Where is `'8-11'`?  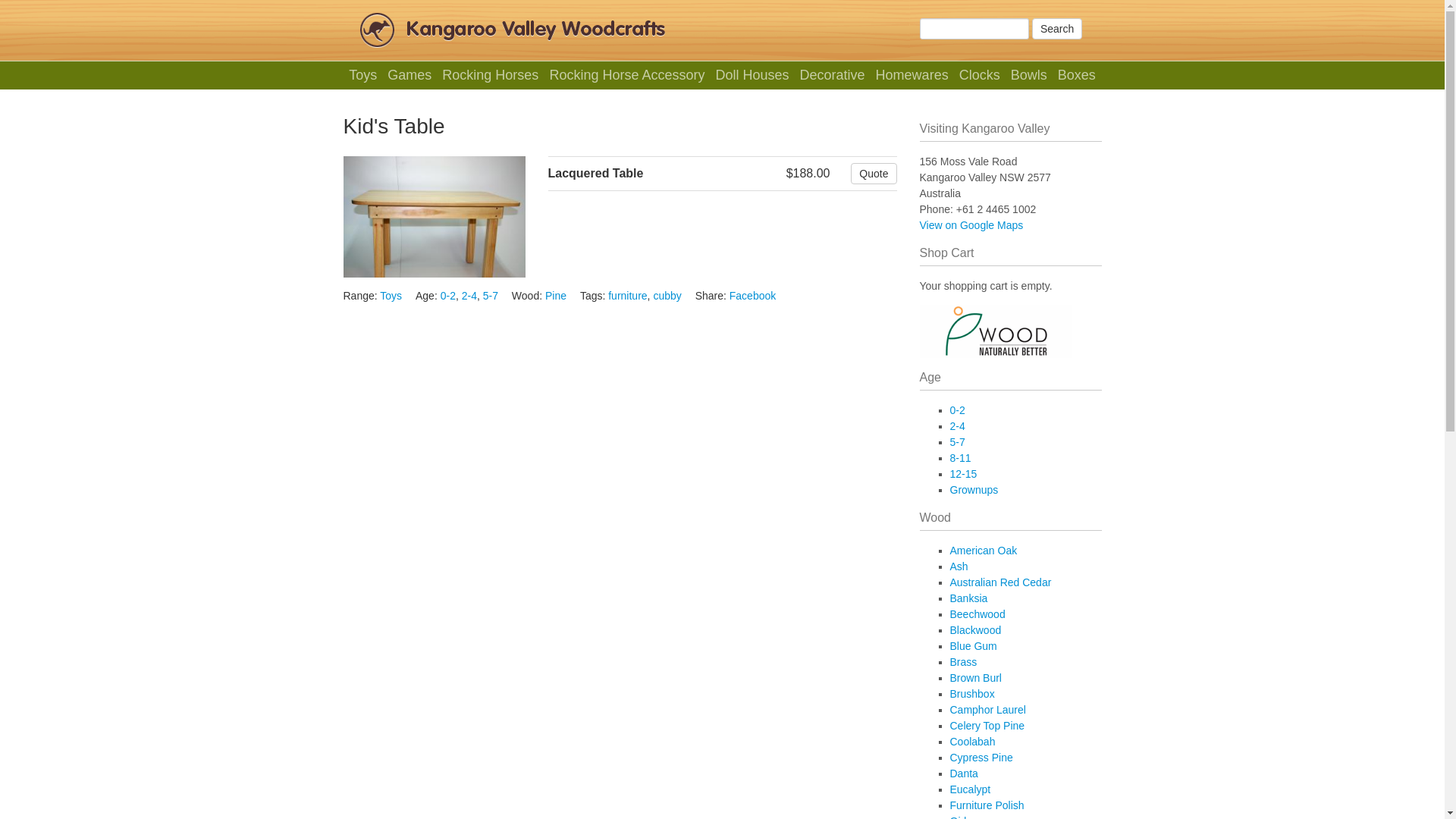 '8-11' is located at coordinates (949, 457).